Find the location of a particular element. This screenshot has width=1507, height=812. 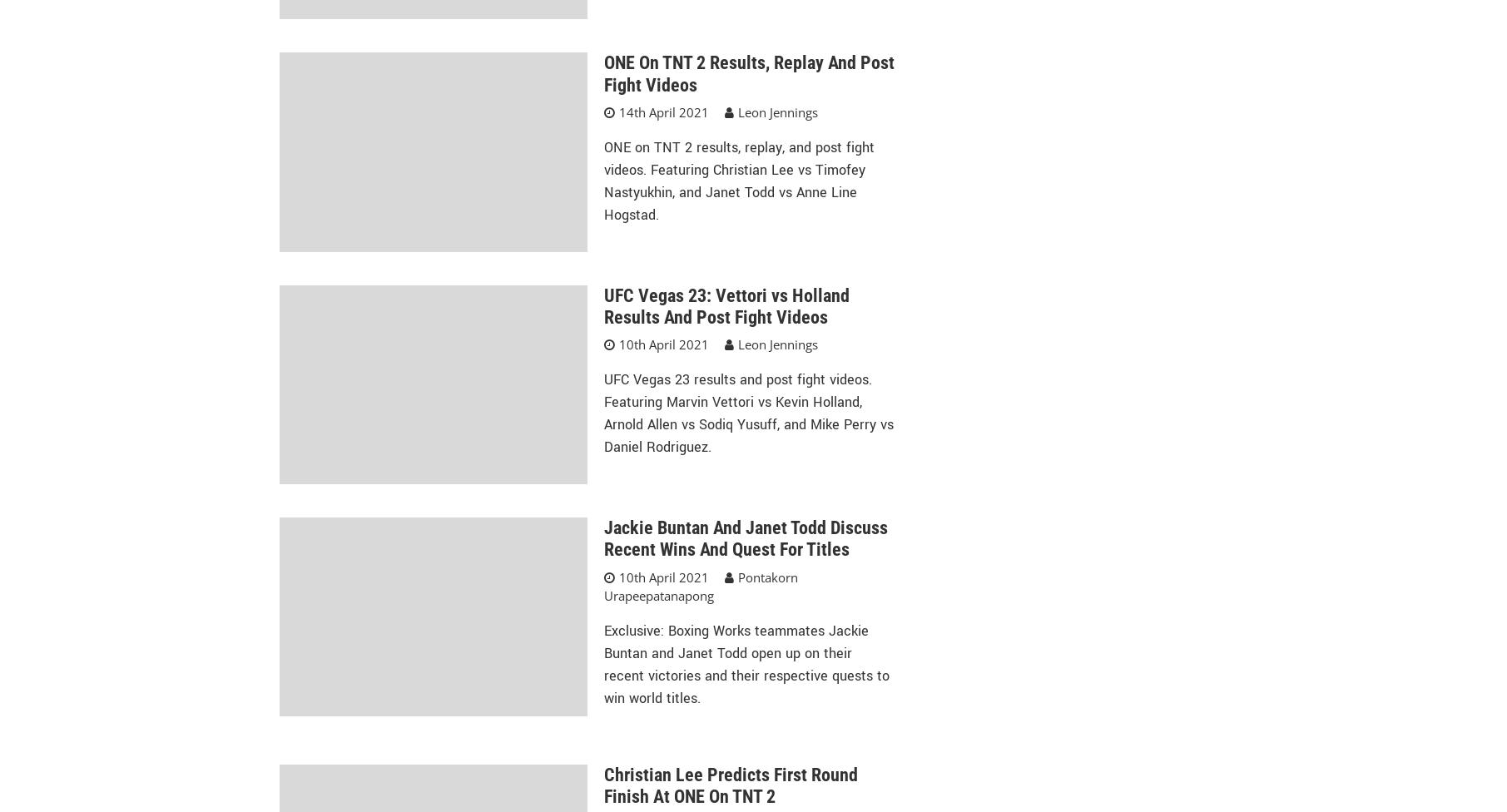

'Exclusive: Boxing Works teammates Jackie Buntan and Janet Todd open up on their recent victories and their respective quests to win world titles.' is located at coordinates (746, 663).